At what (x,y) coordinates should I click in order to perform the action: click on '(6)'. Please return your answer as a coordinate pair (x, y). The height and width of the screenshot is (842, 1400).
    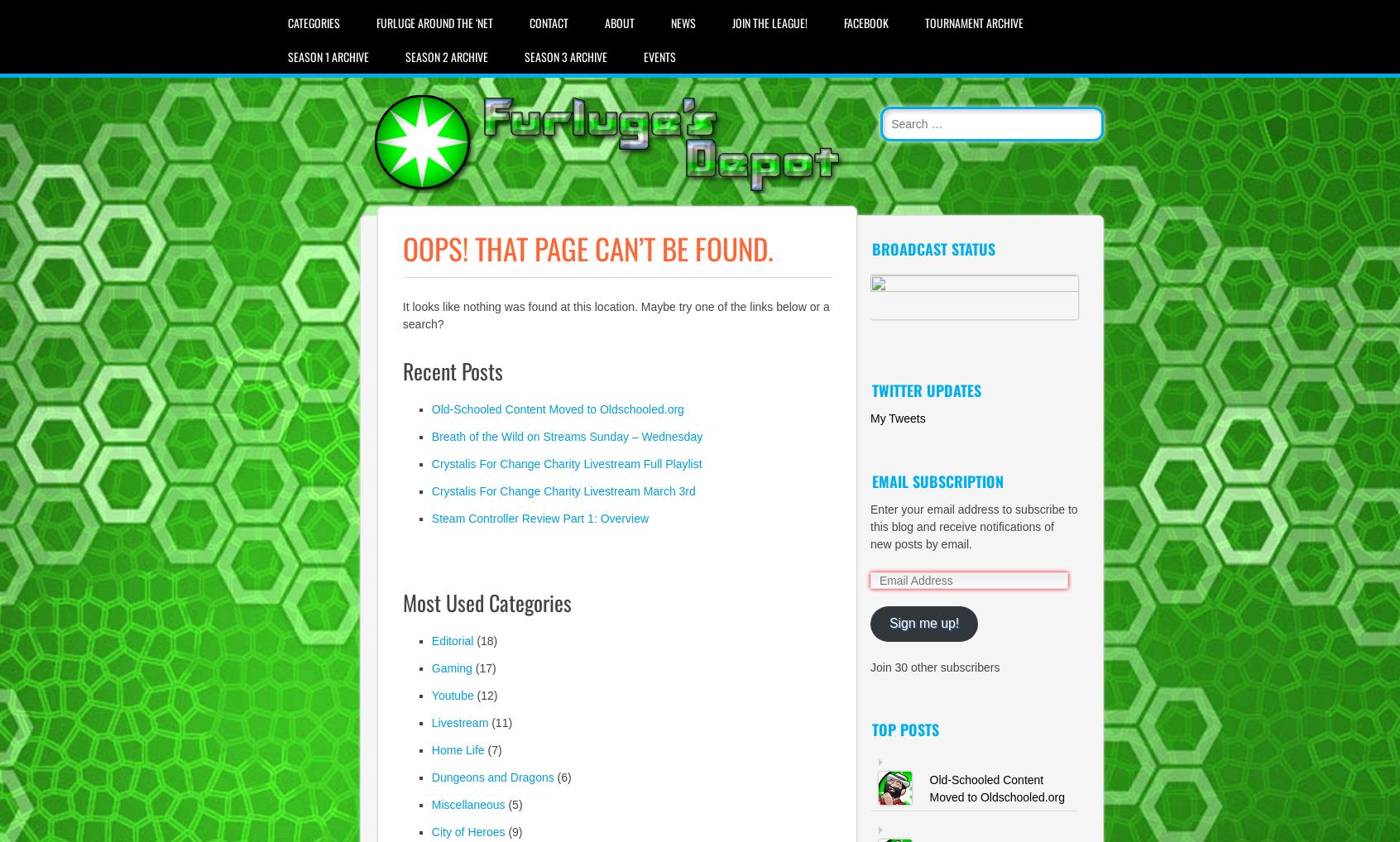
    Looking at the image, I should click on (562, 776).